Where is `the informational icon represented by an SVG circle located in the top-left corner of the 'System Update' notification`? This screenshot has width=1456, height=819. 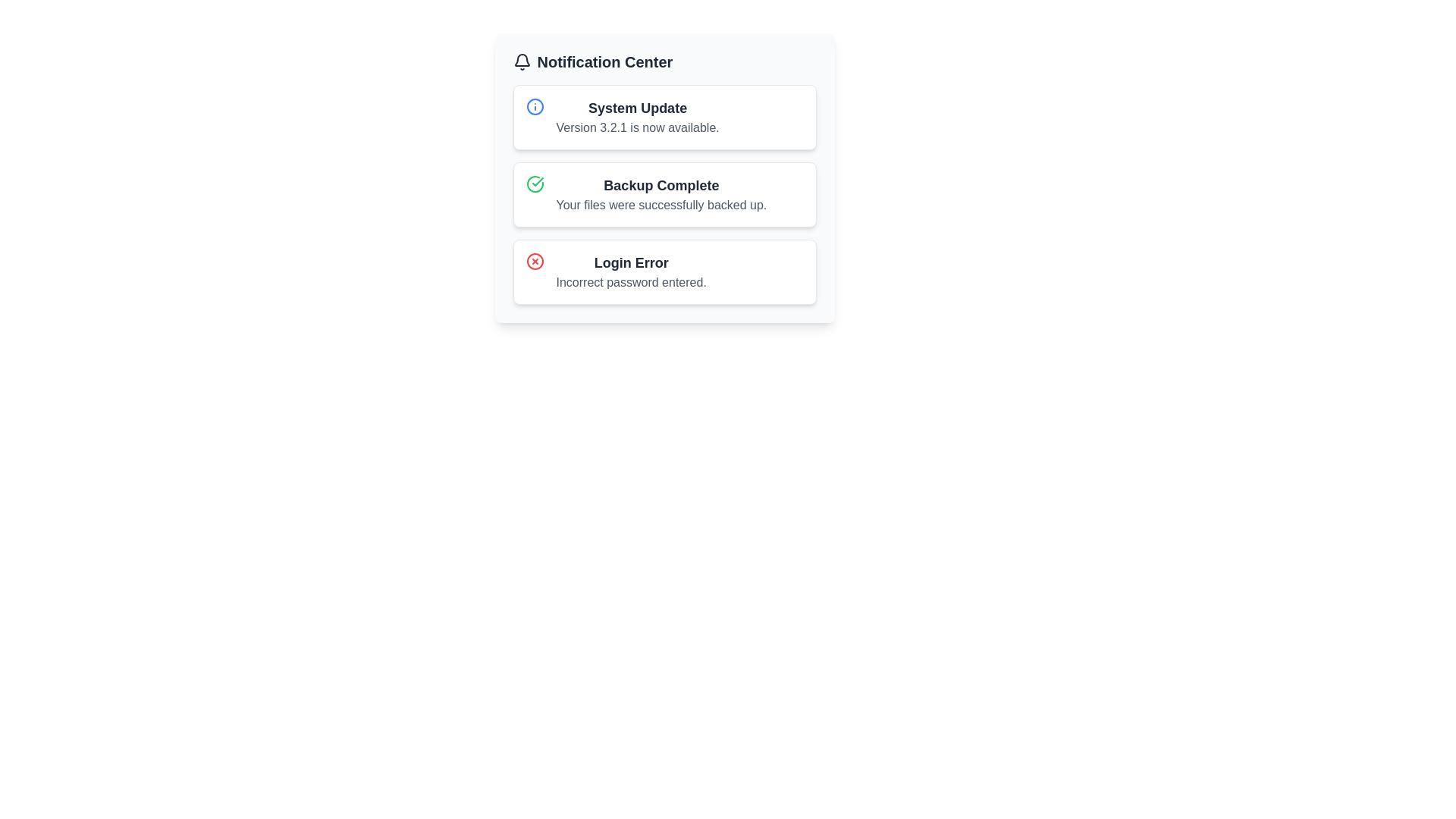
the informational icon represented by an SVG circle located in the top-left corner of the 'System Update' notification is located at coordinates (535, 106).